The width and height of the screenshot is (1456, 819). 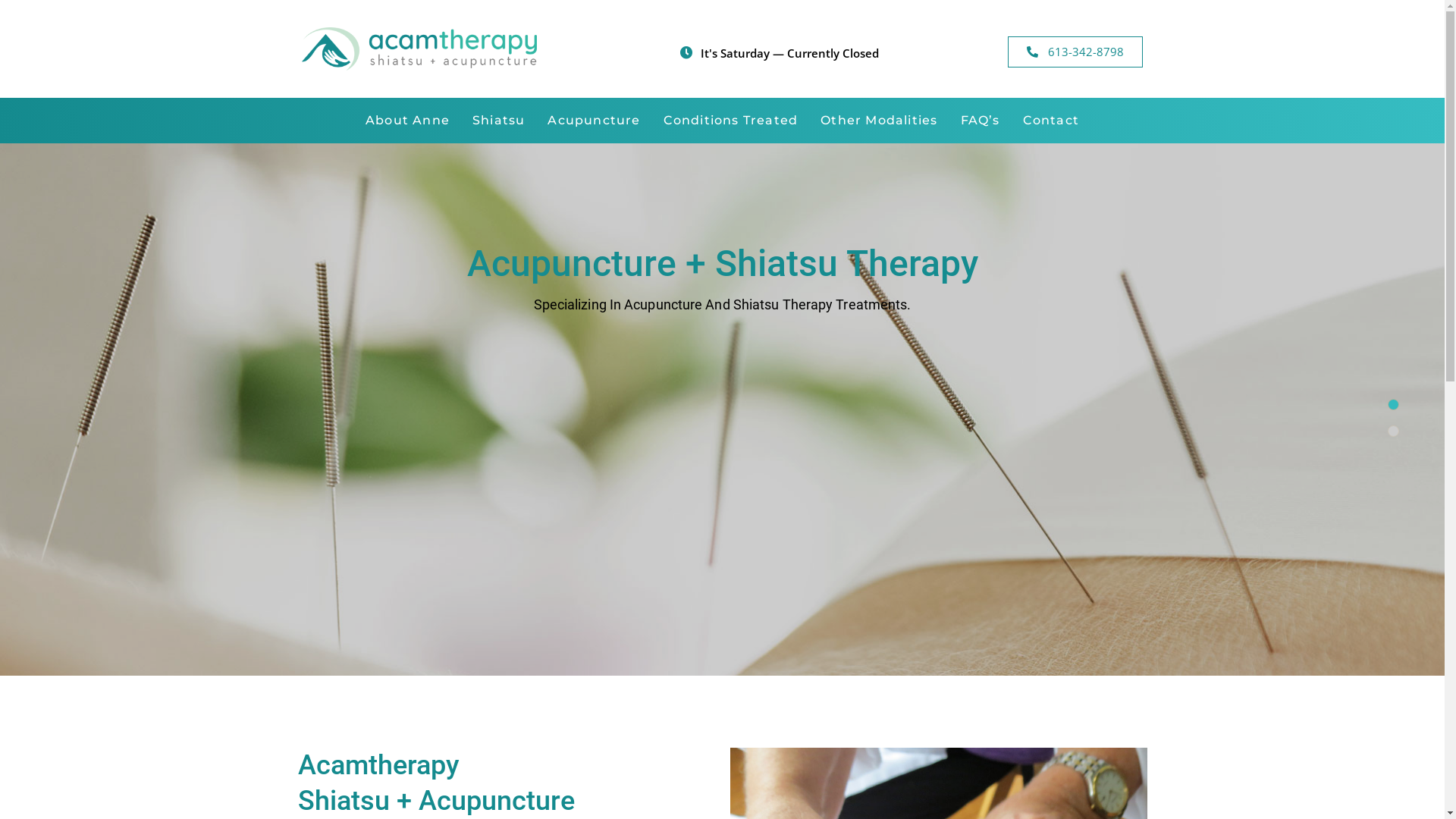 What do you see at coordinates (1050, 119) in the screenshot?
I see `'Contact'` at bounding box center [1050, 119].